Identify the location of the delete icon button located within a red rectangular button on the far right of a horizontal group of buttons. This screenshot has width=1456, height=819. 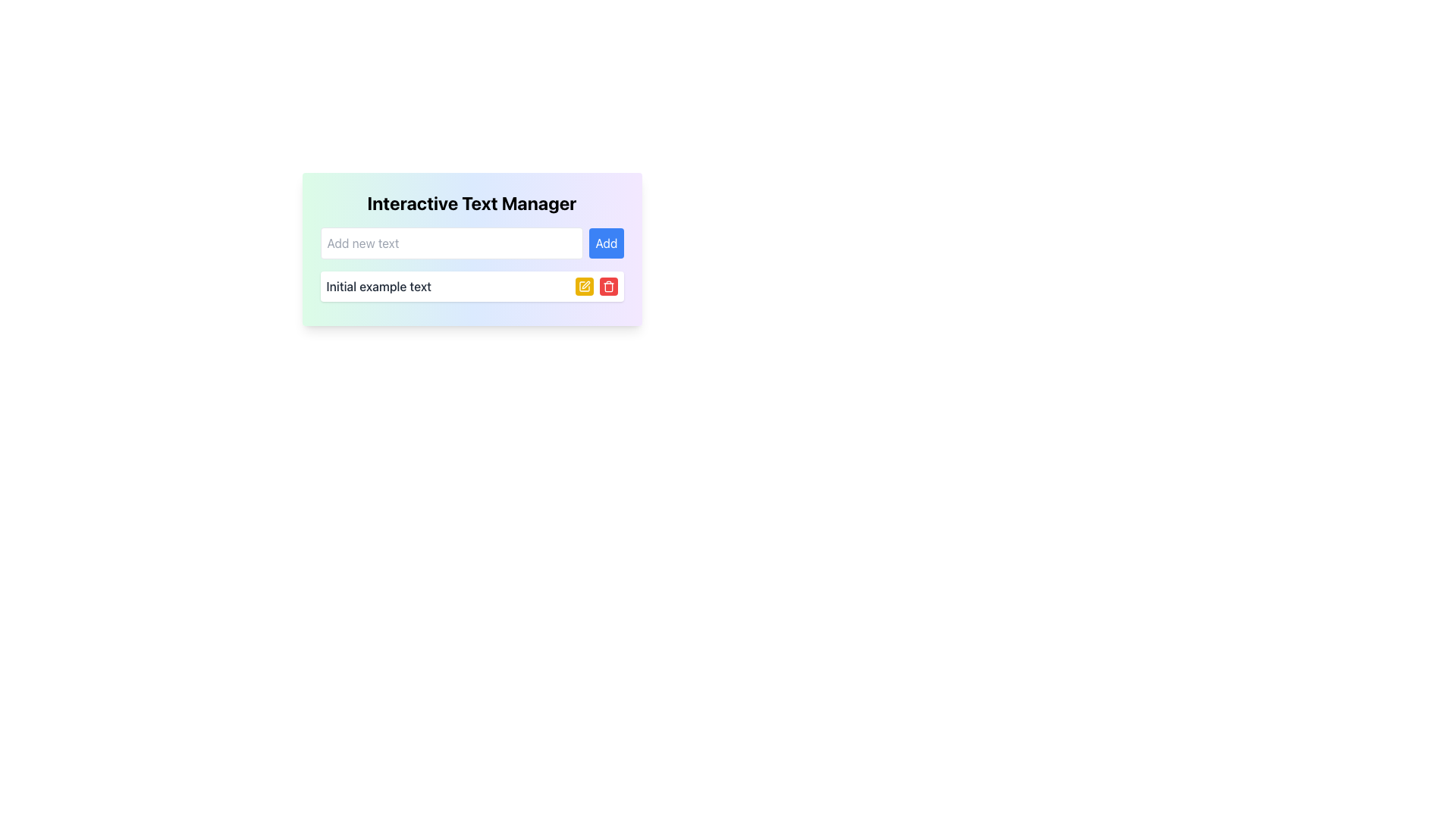
(608, 287).